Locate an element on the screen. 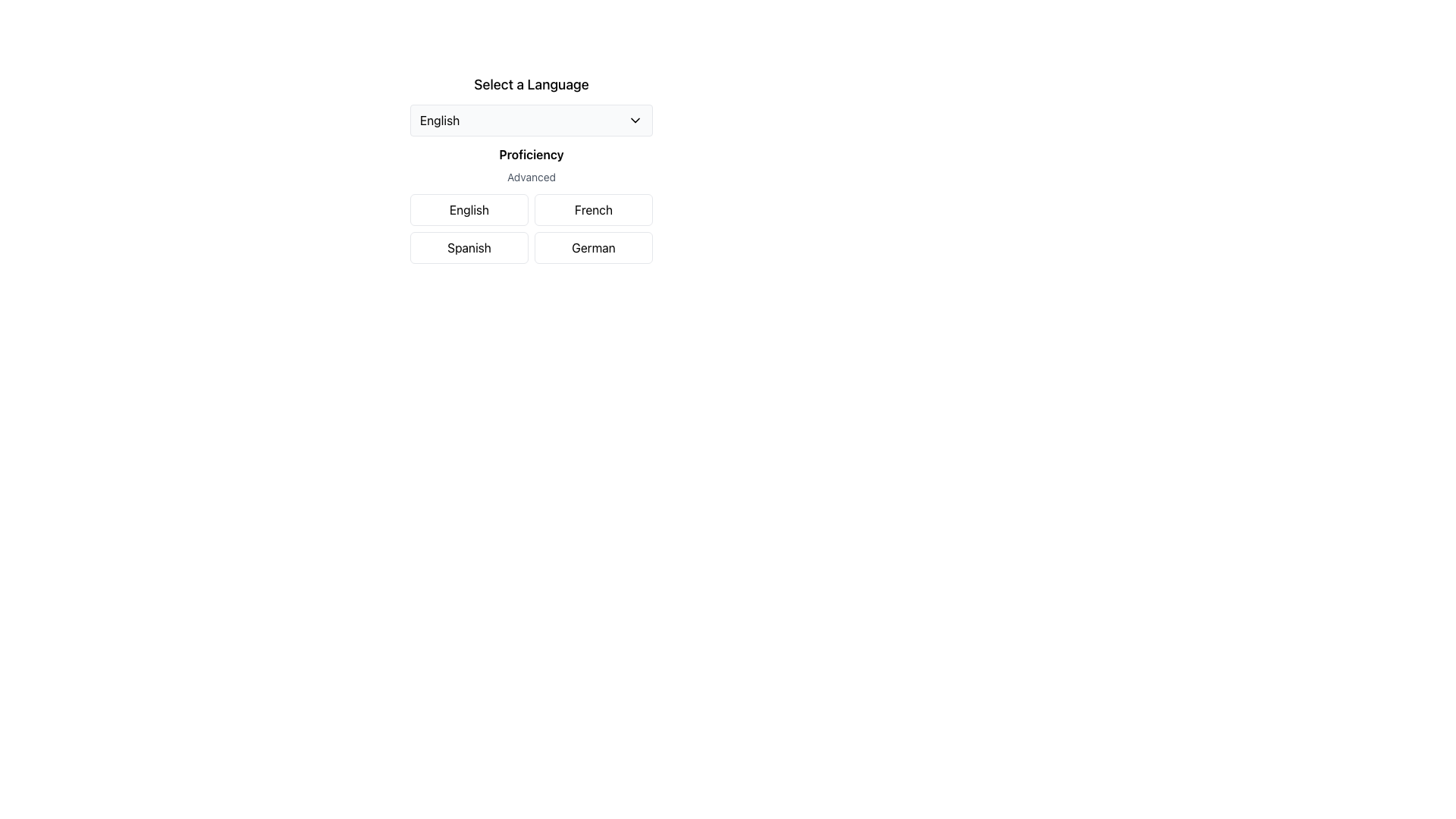  the static information display indicating the selected language proficiency level, which shows 'Proficiency: Advanced' is located at coordinates (531, 165).